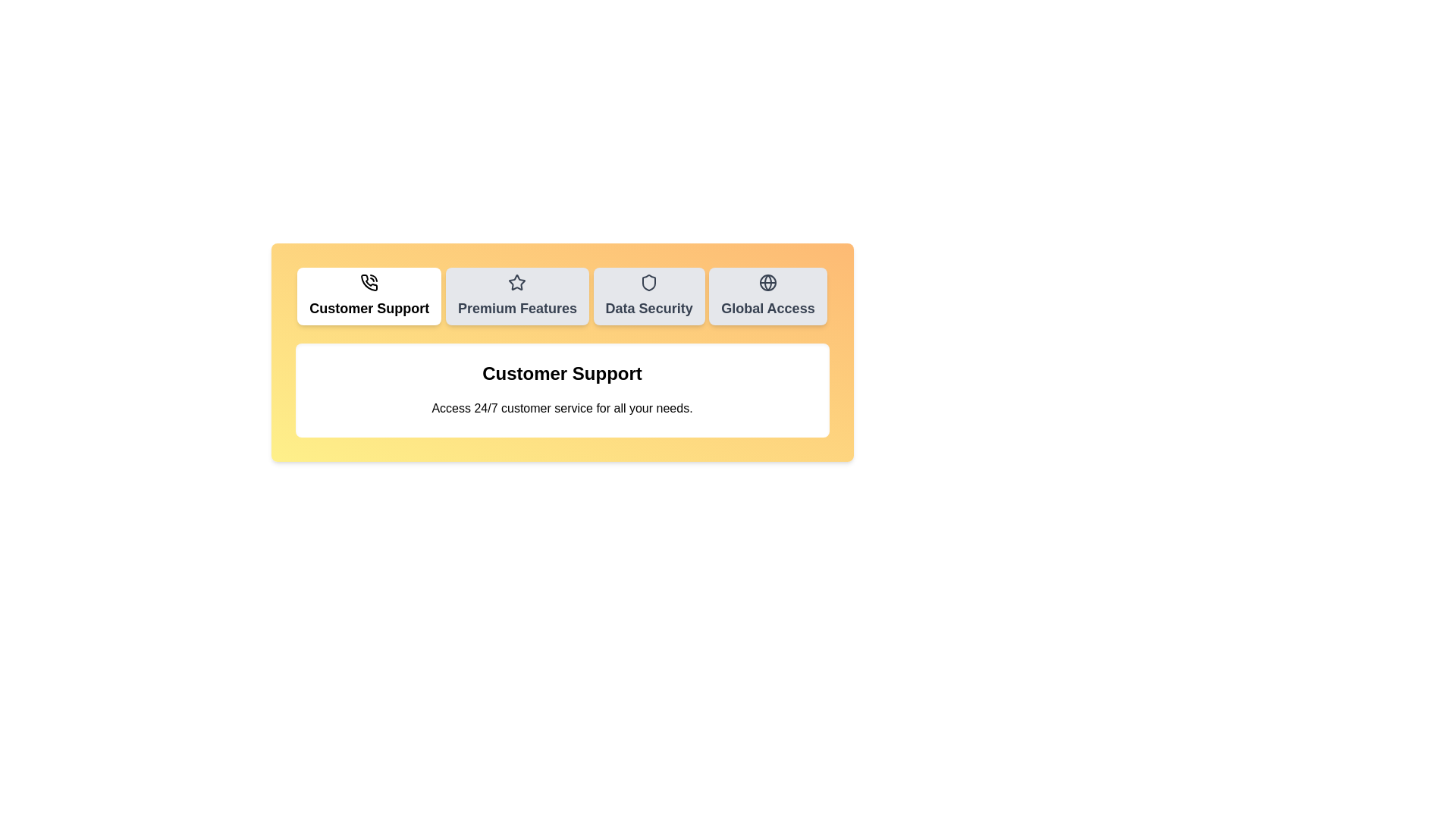 Image resolution: width=1456 pixels, height=819 pixels. What do you see at coordinates (369, 296) in the screenshot?
I see `the Customer Support tab to switch to the corresponding feature` at bounding box center [369, 296].